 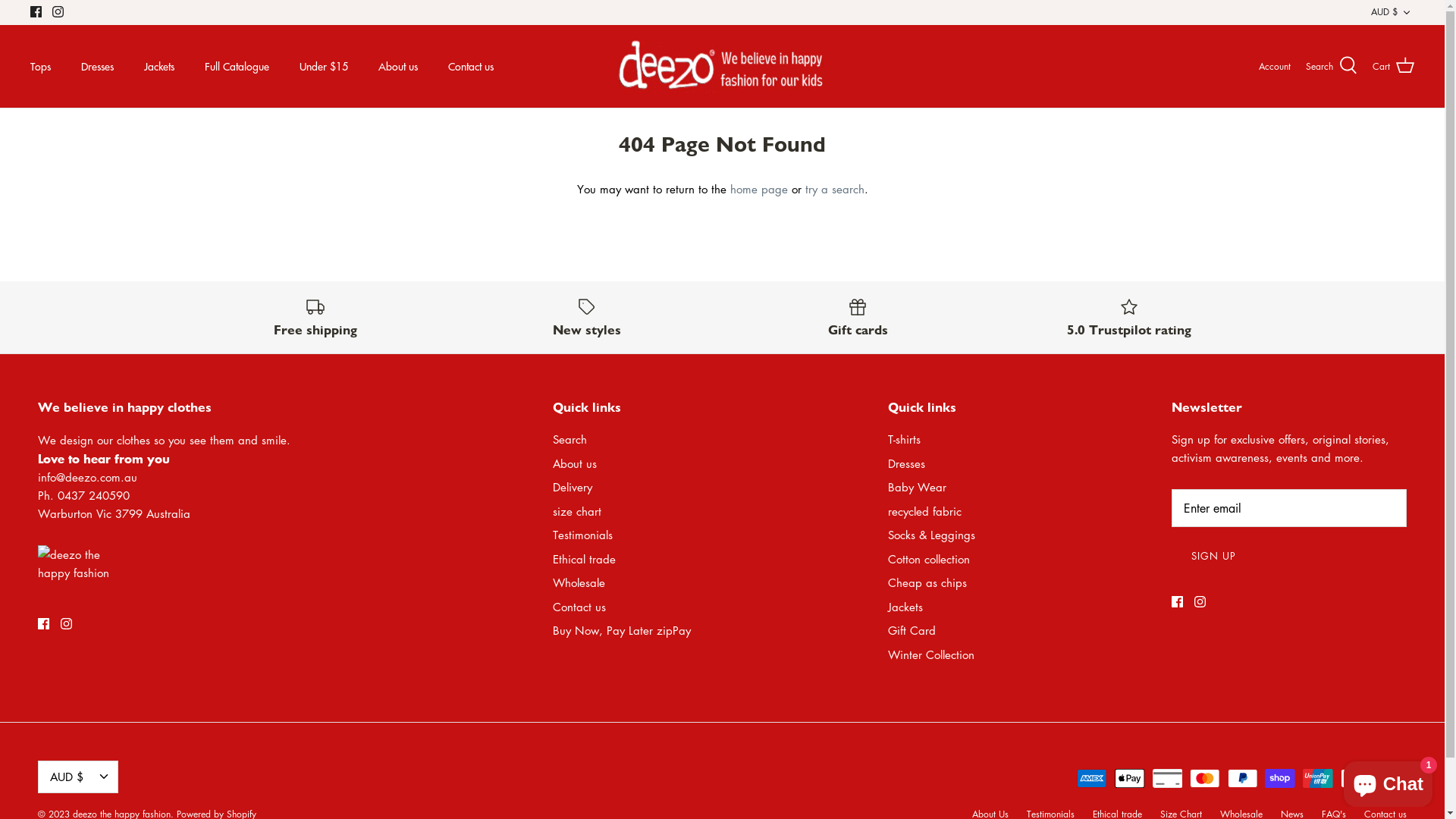 What do you see at coordinates (1213, 555) in the screenshot?
I see `'SIGN UP'` at bounding box center [1213, 555].